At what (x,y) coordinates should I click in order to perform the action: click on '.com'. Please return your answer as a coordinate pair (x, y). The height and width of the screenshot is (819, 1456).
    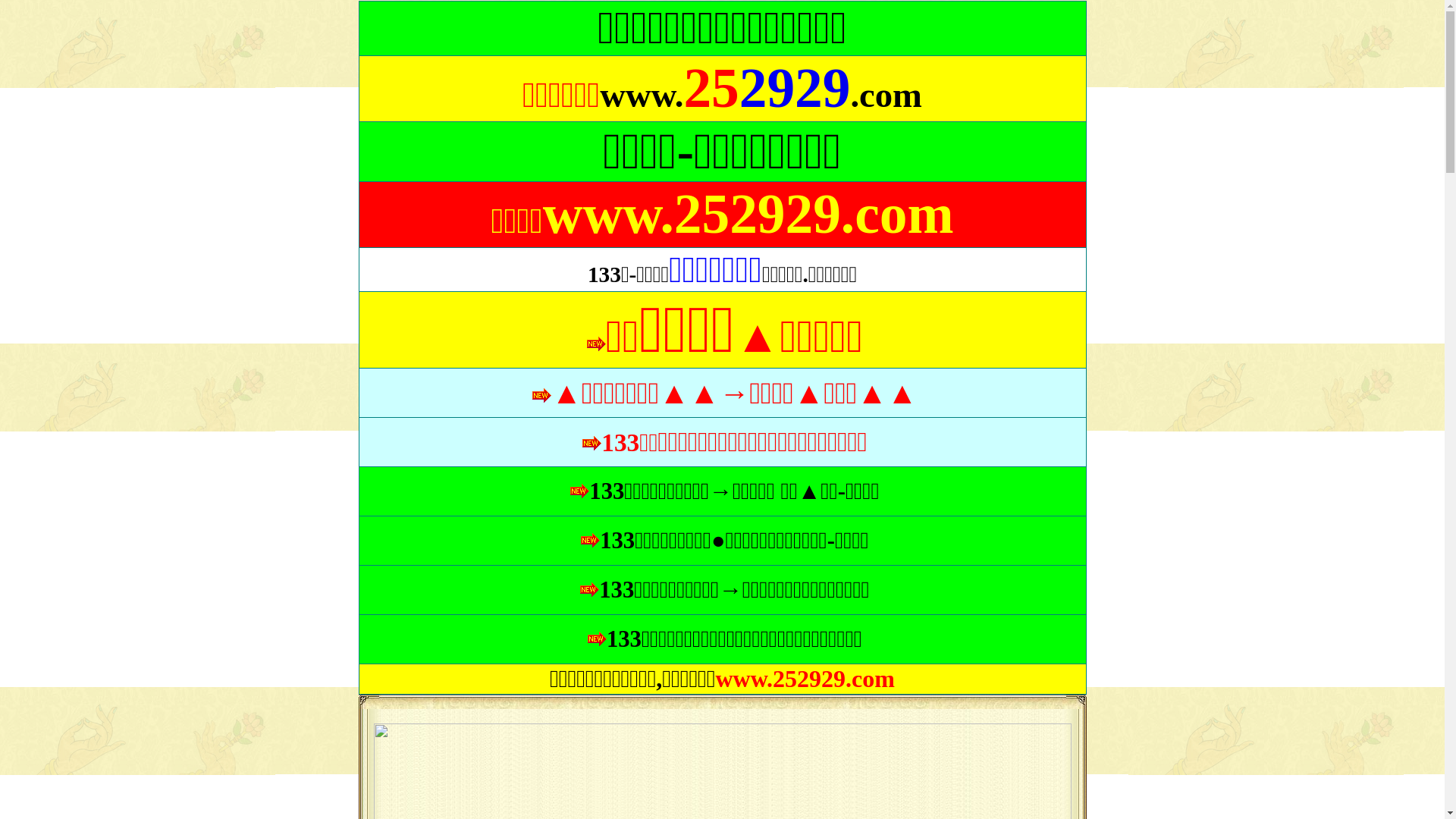
    Looking at the image, I should click on (886, 97).